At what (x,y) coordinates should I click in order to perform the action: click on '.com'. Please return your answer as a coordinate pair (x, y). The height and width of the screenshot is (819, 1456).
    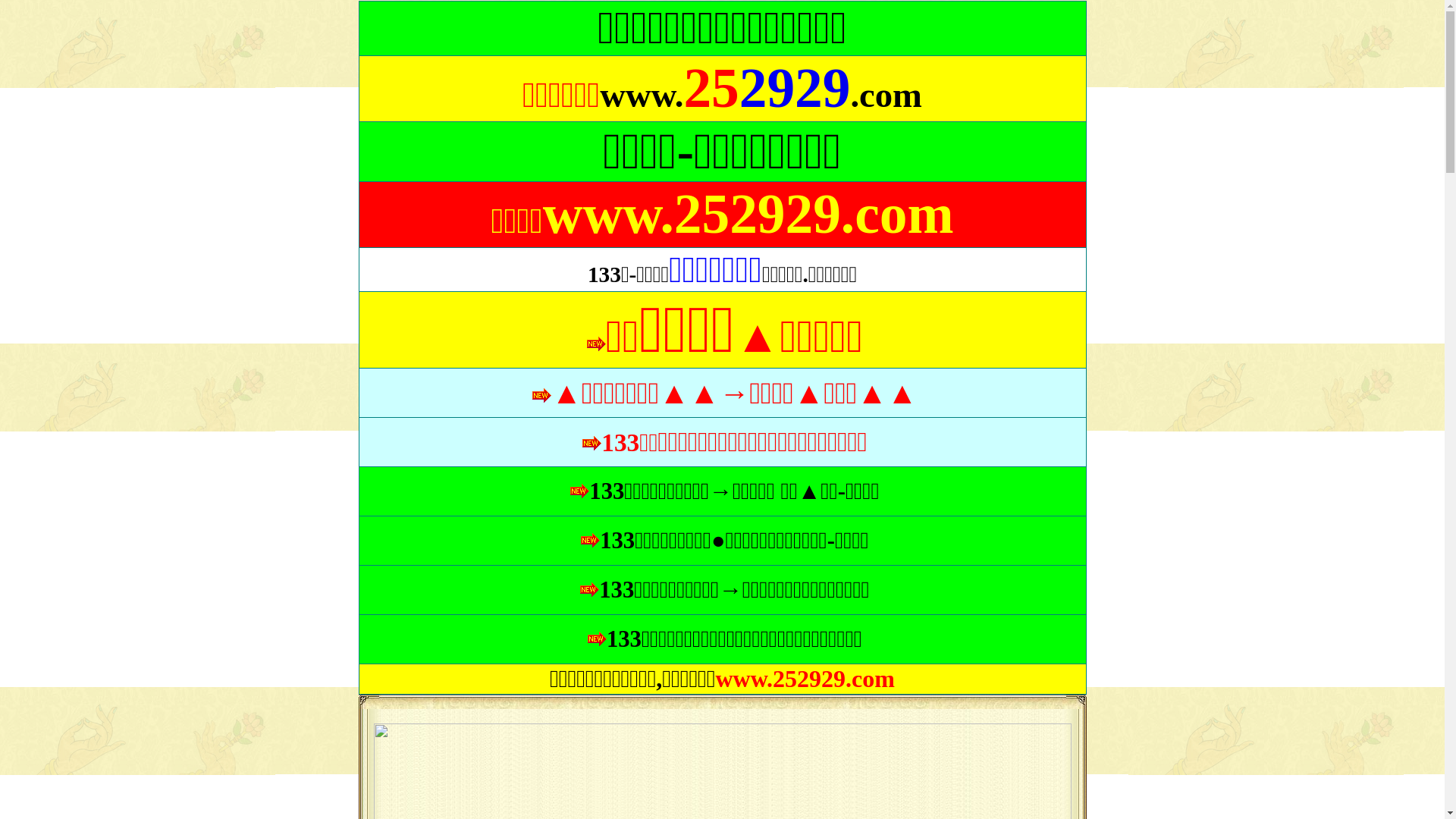
    Looking at the image, I should click on (886, 97).